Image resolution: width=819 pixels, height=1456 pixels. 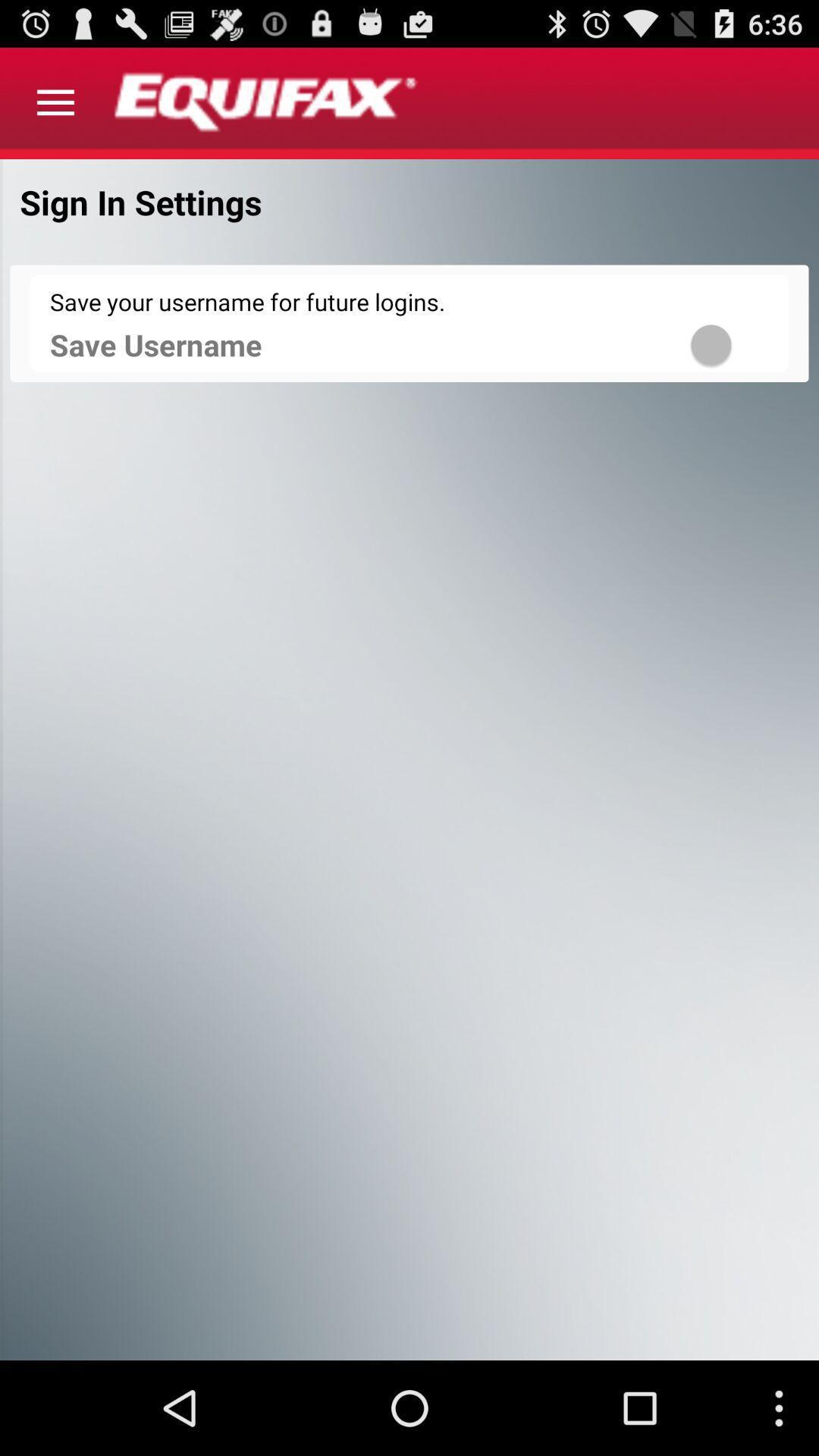 I want to click on item at the top right corner, so click(x=730, y=344).